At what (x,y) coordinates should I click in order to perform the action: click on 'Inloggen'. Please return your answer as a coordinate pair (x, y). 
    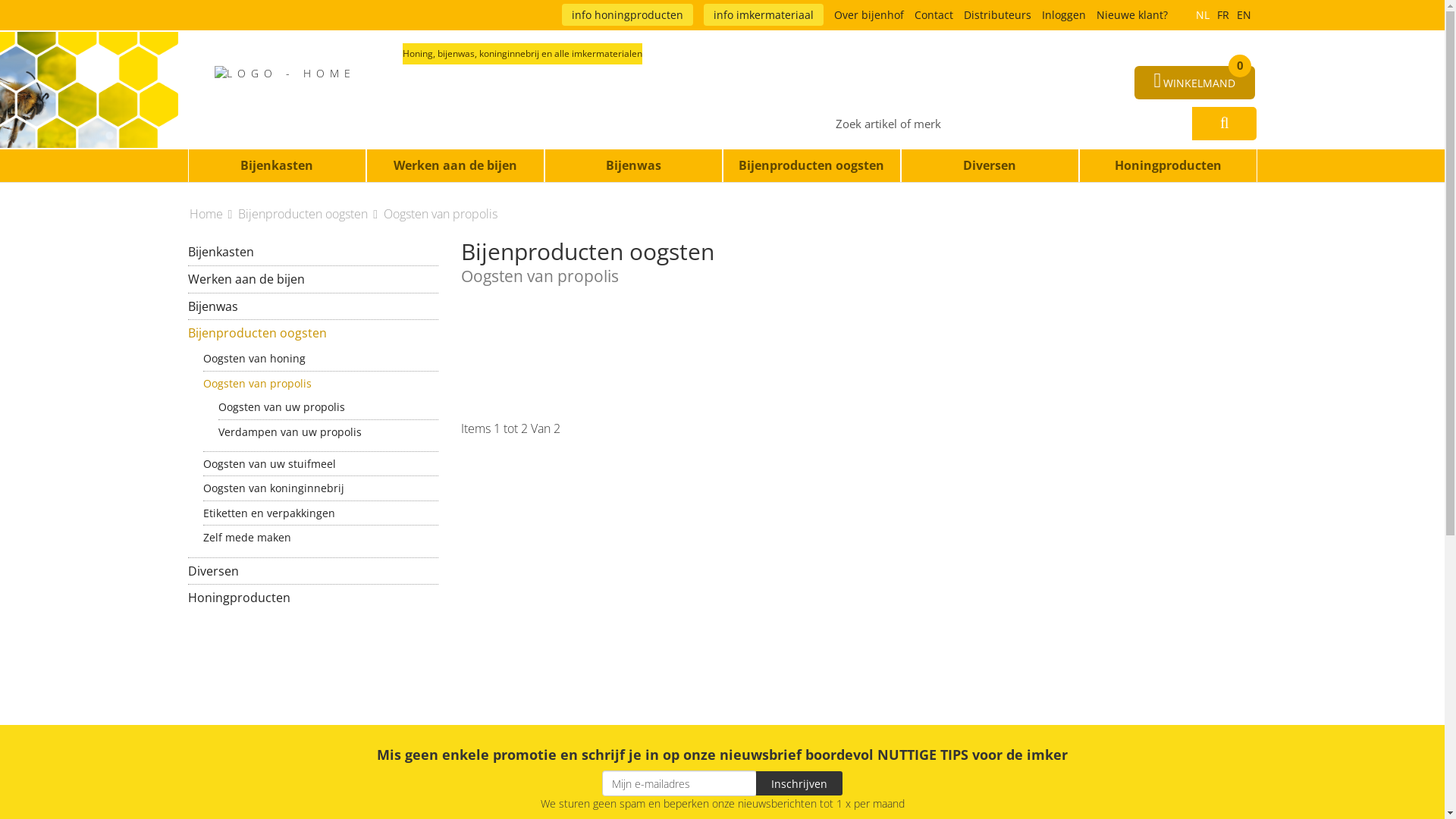
    Looking at the image, I should click on (1062, 14).